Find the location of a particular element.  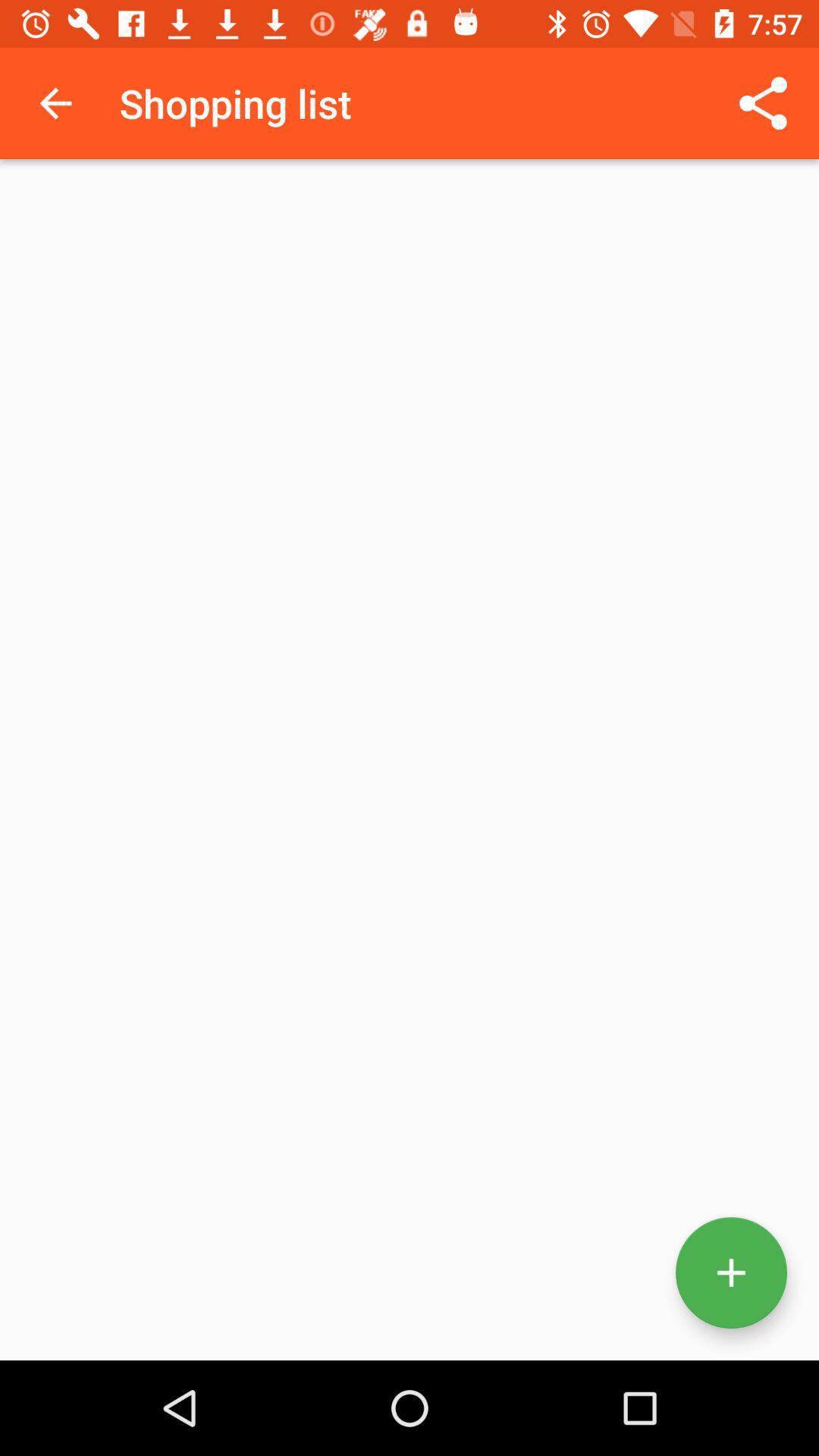

the icon next to the shopping list is located at coordinates (55, 102).